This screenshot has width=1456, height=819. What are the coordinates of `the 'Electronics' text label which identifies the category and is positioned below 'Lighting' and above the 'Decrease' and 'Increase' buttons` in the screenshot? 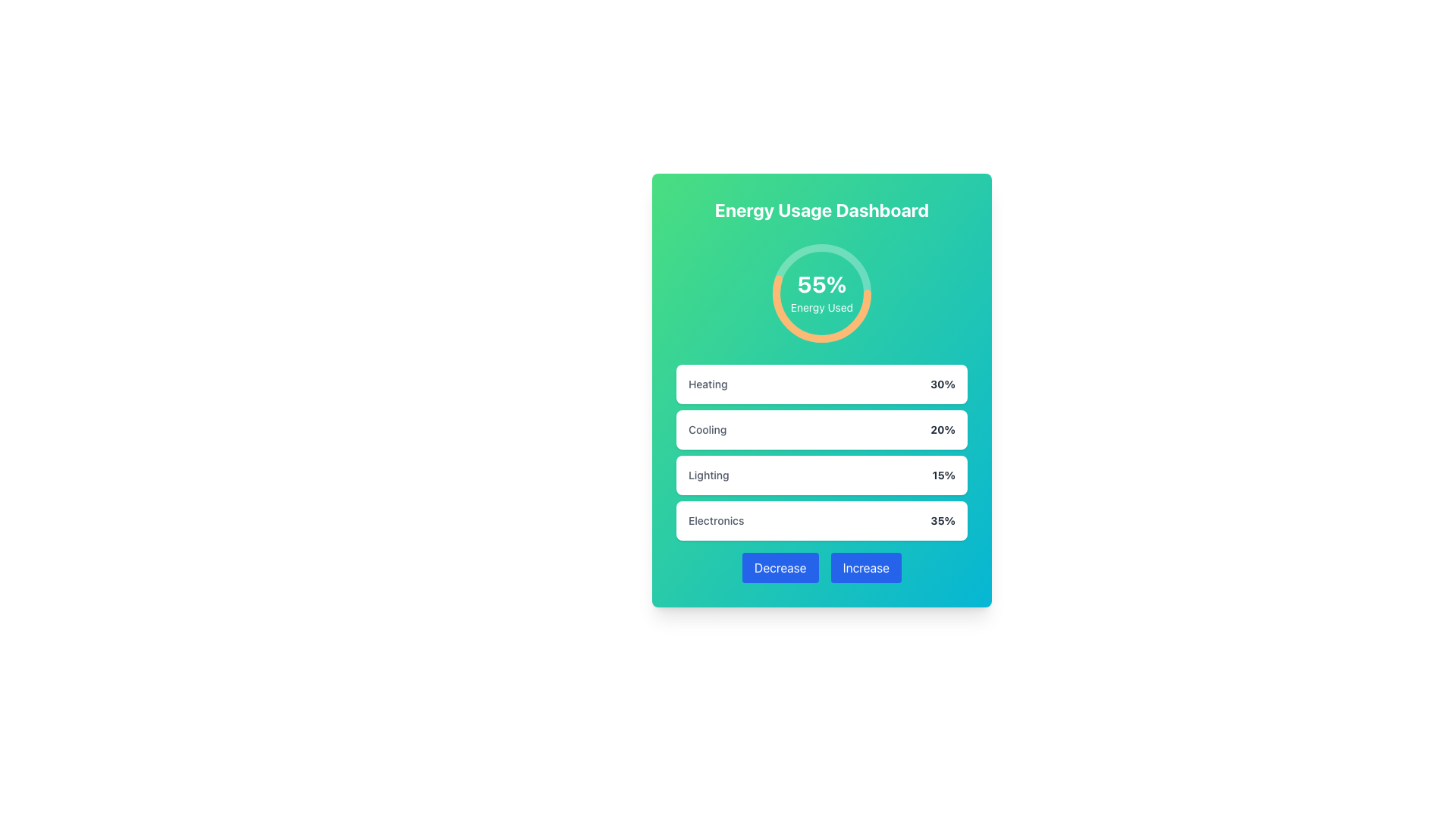 It's located at (715, 519).